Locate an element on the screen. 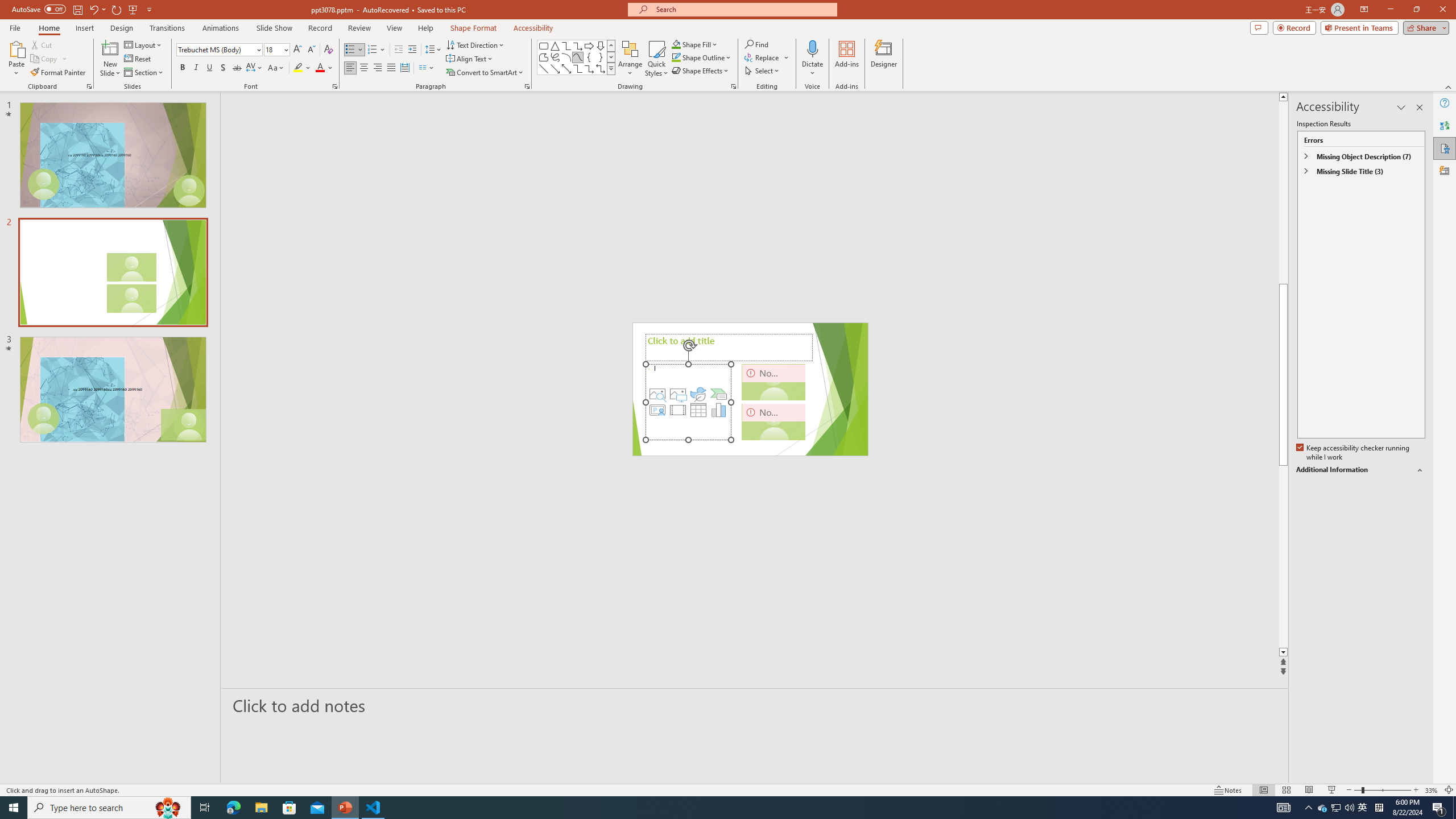 This screenshot has width=1456, height=819. 'Title TextBox' is located at coordinates (728, 347).